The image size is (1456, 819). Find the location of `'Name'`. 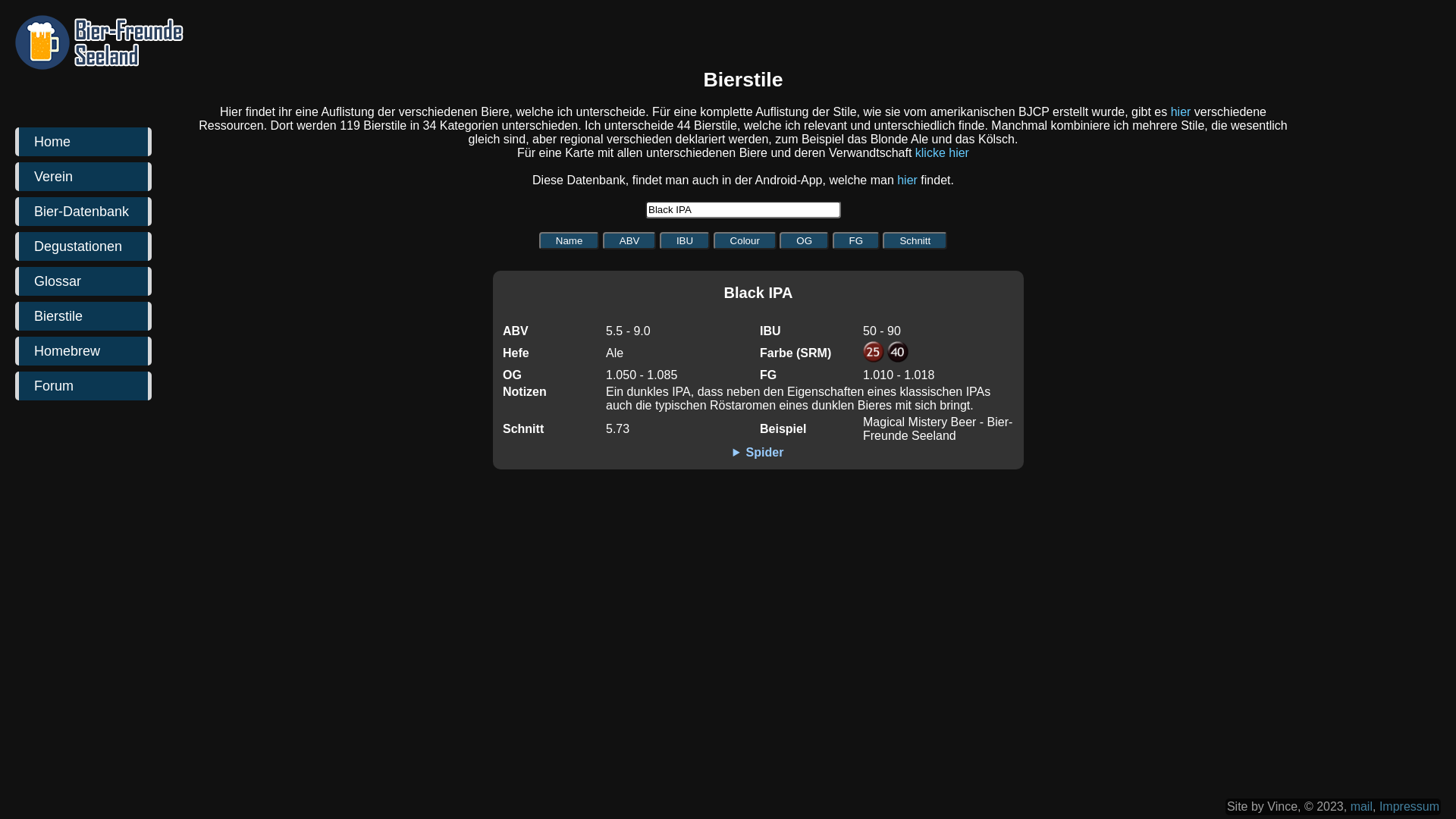

'Name' is located at coordinates (538, 240).